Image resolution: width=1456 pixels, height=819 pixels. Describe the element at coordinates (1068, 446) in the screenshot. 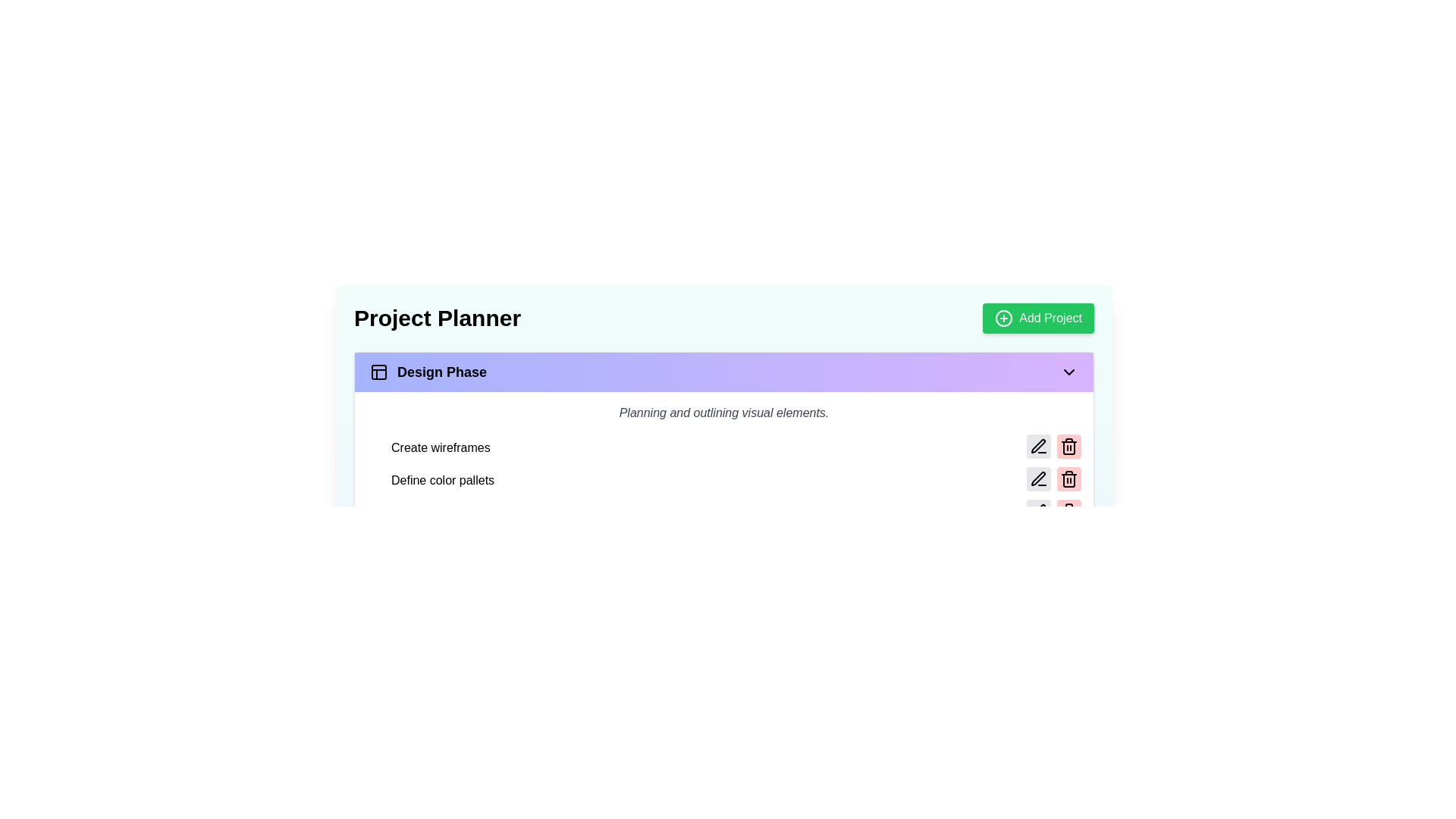

I see `the delete button located in the 'Design Phase' section, which is the second item in a row of two buttons` at that location.